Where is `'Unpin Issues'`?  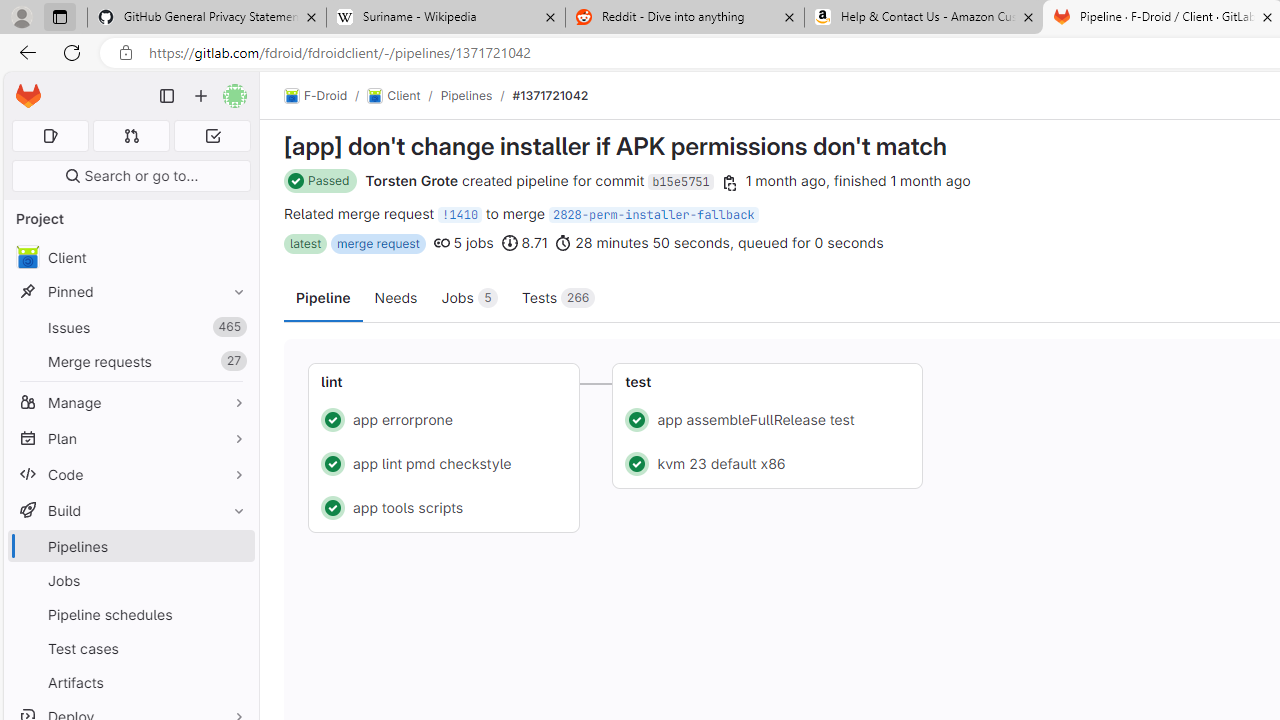
'Unpin Issues' is located at coordinates (234, 326).